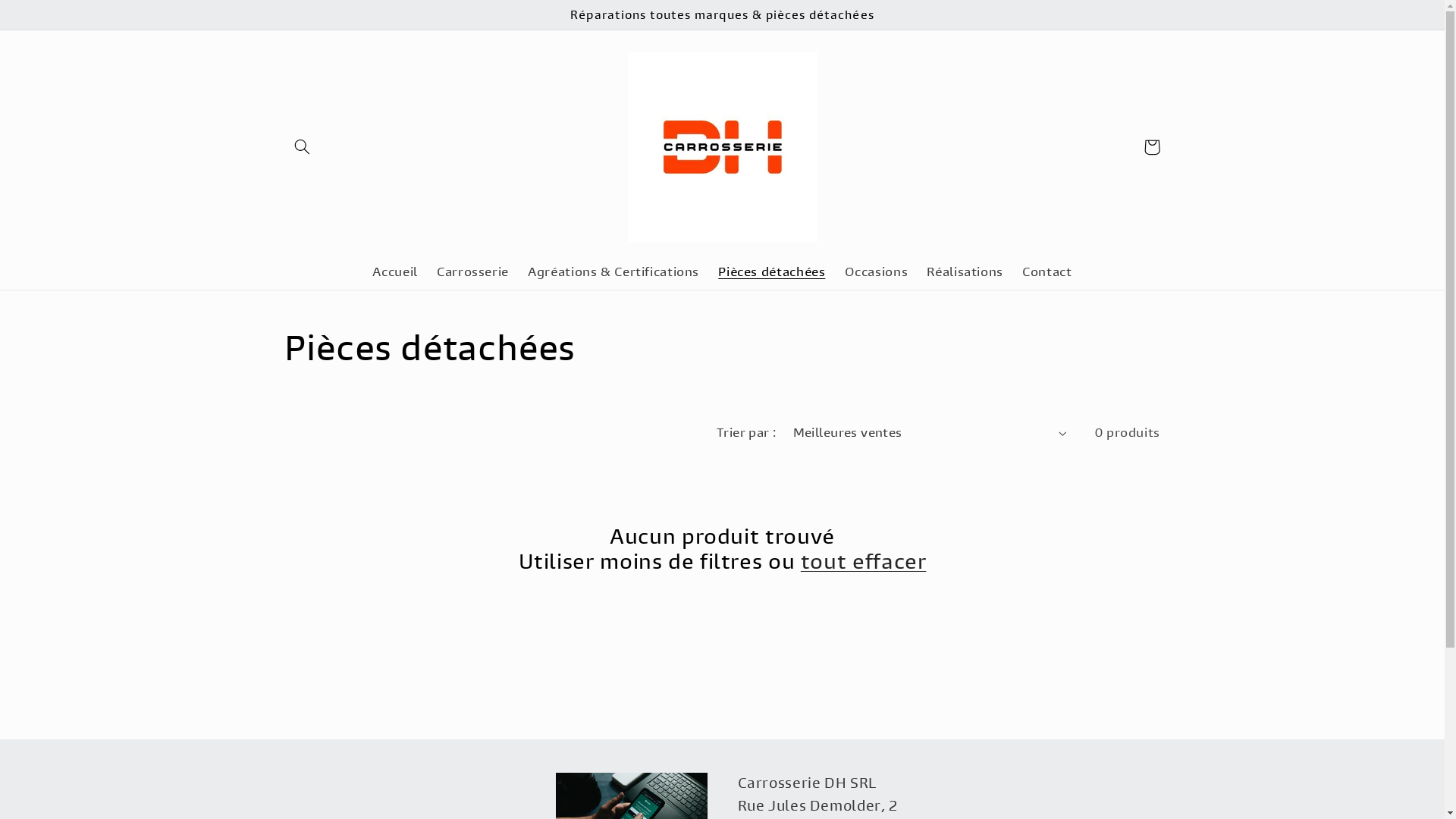 The width and height of the screenshot is (1456, 819). Describe the element at coordinates (863, 562) in the screenshot. I see `'tout effacer'` at that location.